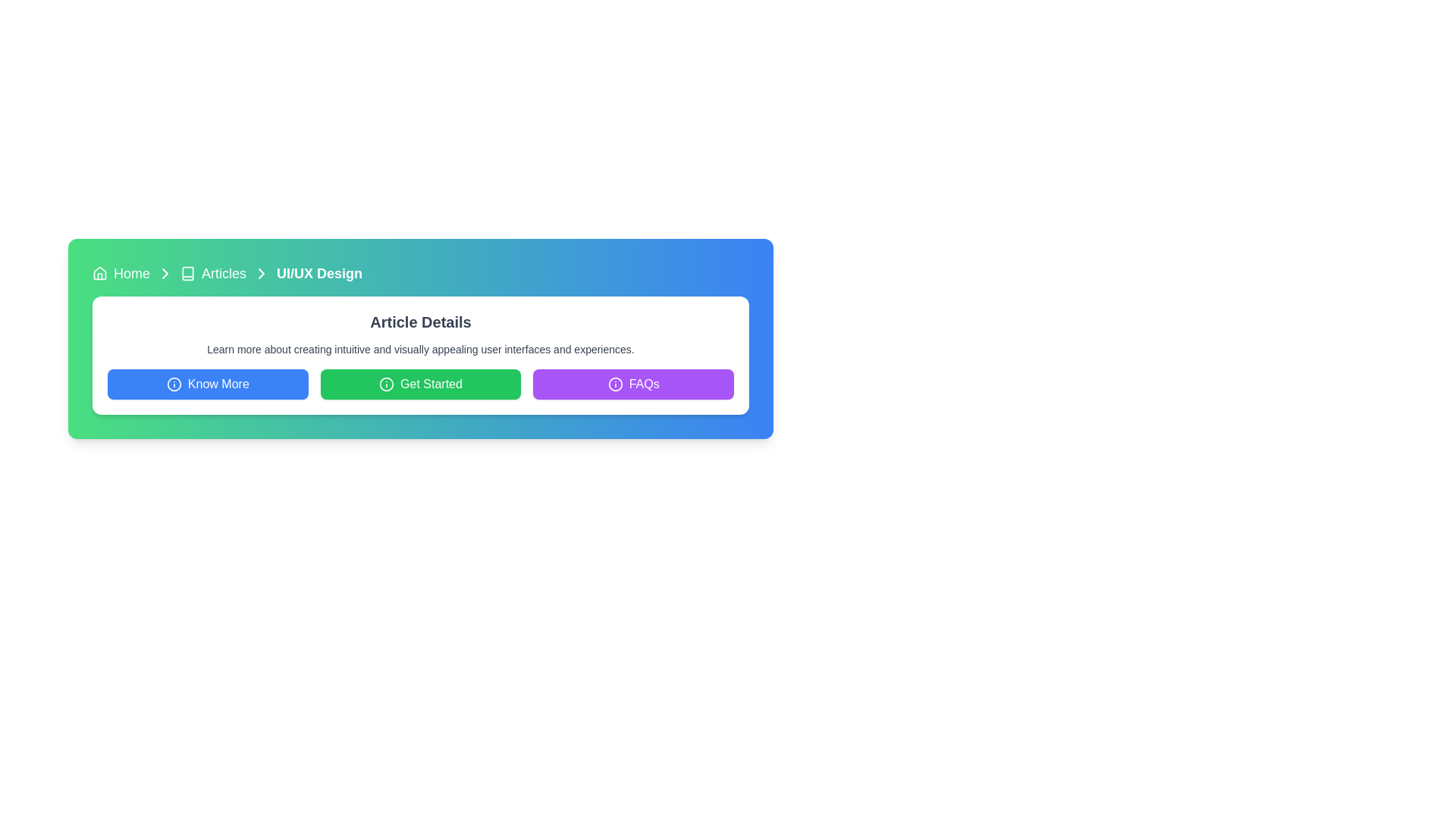 The image size is (1456, 819). I want to click on the 'Home' breadcrumb navigation step to underline the text, so click(120, 274).